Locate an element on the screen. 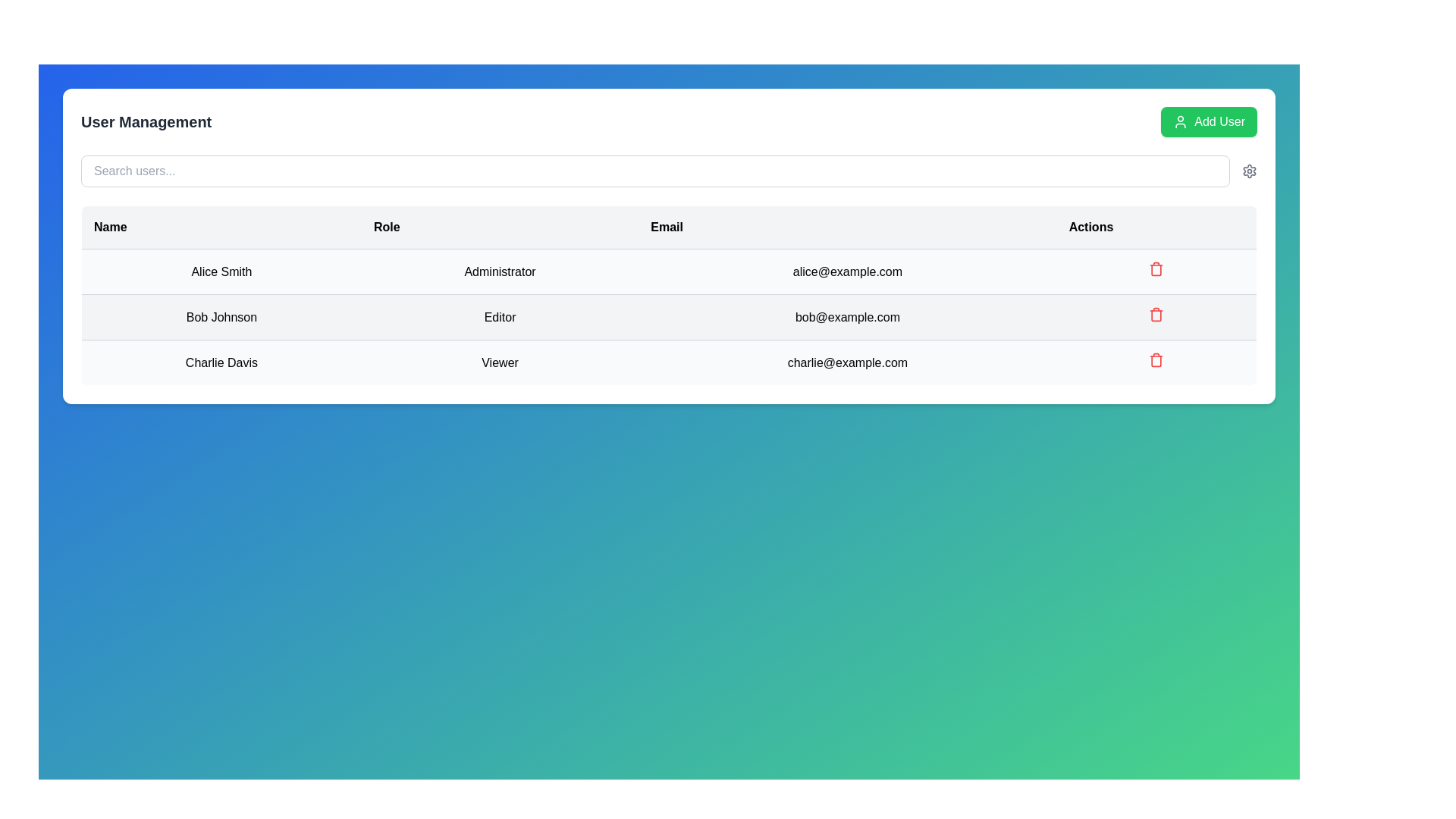 This screenshot has width=1456, height=819. the 'Viewer' text label, which is styled with 'p-4' padding and a 'border-b' bottom border, located in the 'Role' column of the user table for 'Charlie Davis' is located at coordinates (500, 362).